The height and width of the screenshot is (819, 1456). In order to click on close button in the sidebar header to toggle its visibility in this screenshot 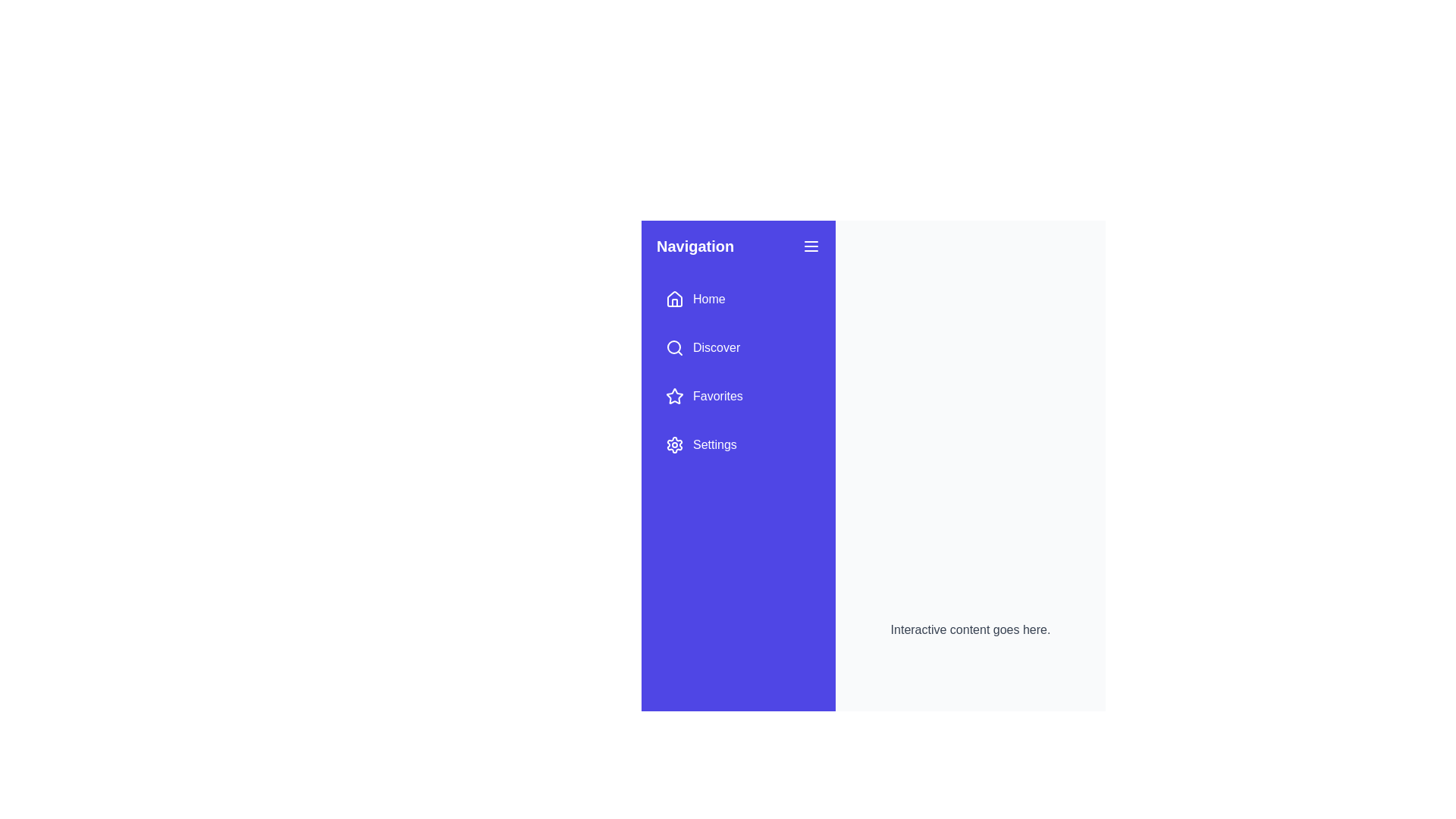, I will do `click(811, 245)`.